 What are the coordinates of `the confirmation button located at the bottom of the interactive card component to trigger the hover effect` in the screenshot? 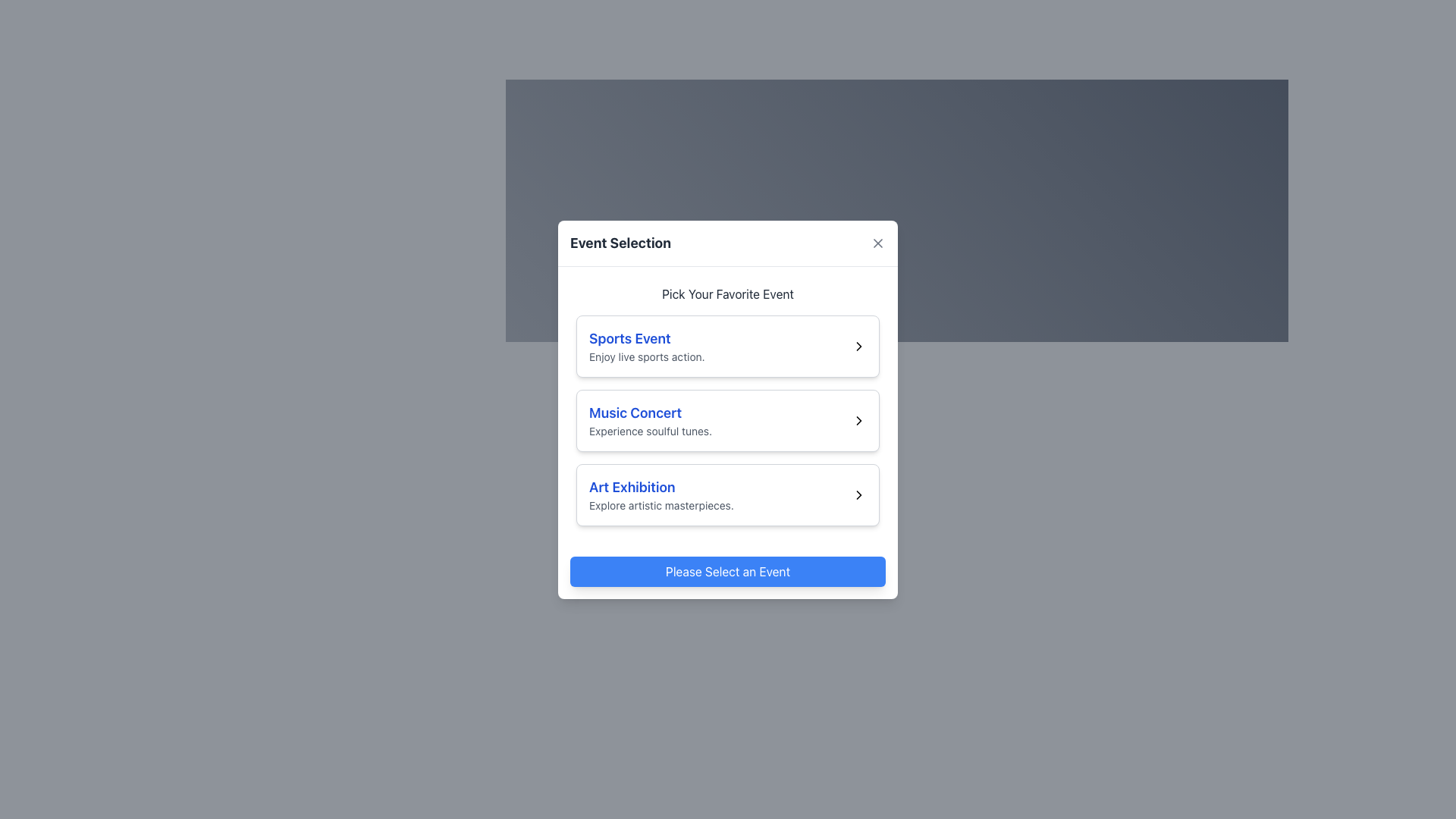 It's located at (728, 571).